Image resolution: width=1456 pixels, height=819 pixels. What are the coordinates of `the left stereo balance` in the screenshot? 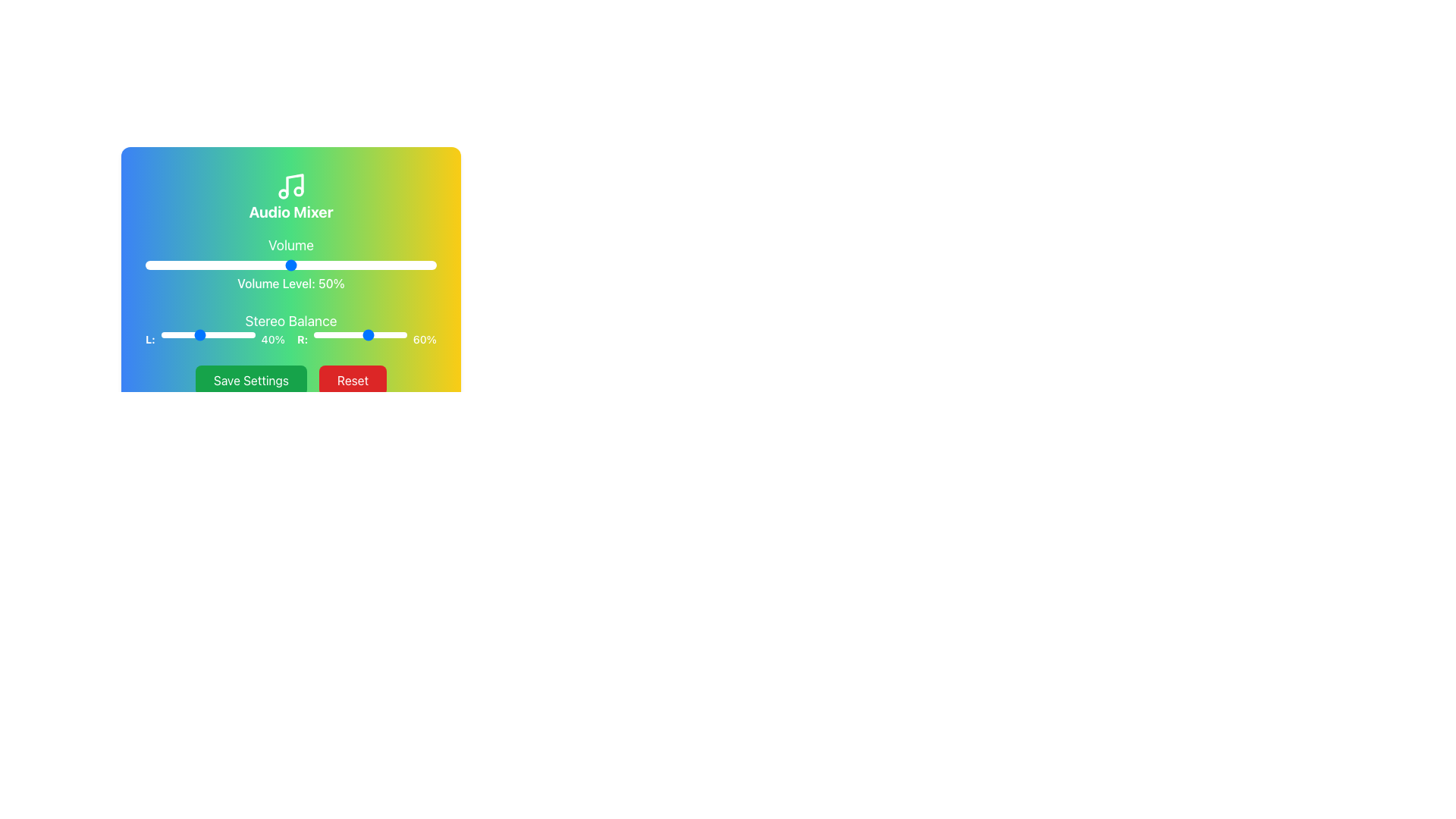 It's located at (224, 334).